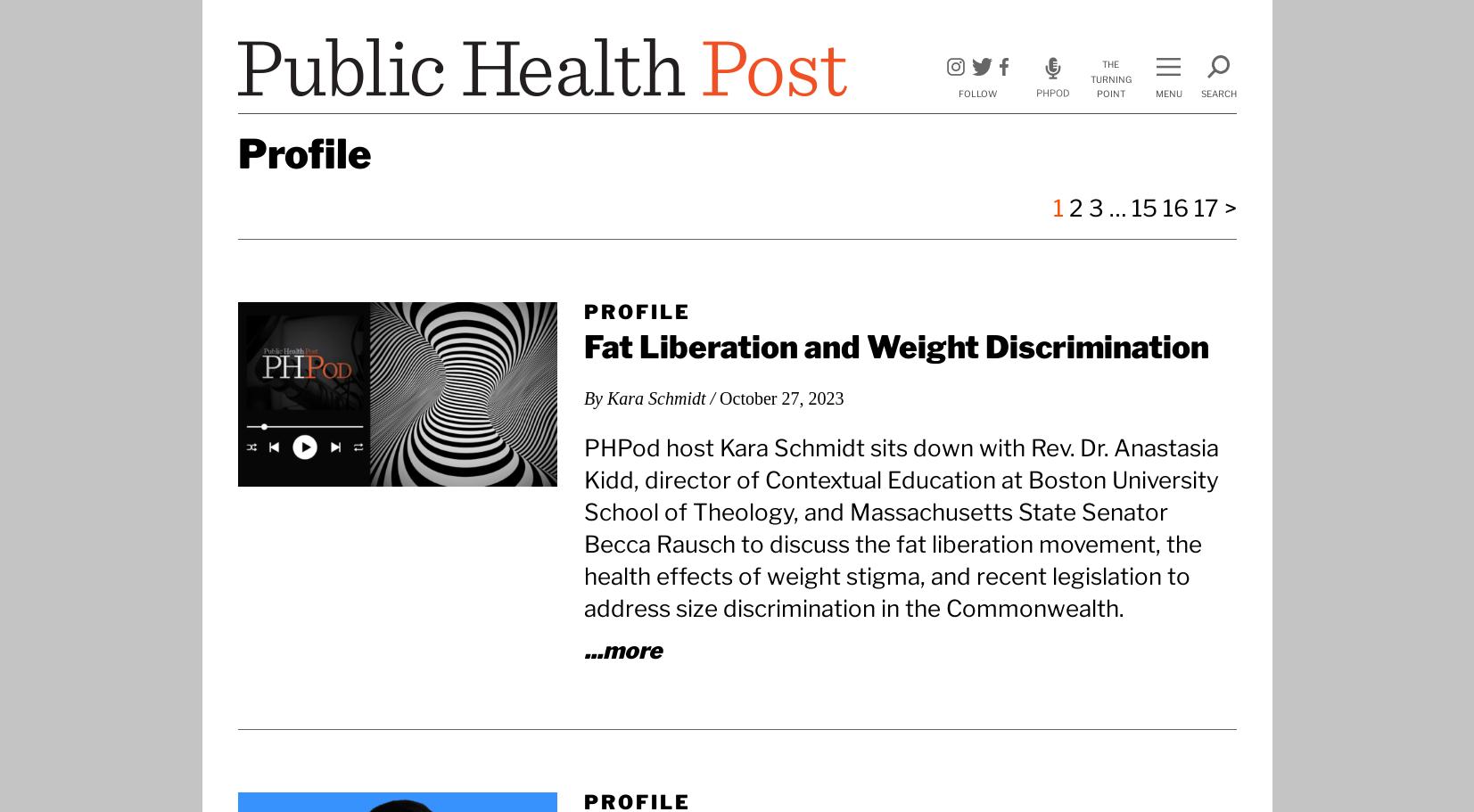 The width and height of the screenshot is (1474, 812). Describe the element at coordinates (1058, 208) in the screenshot. I see `'1'` at that location.